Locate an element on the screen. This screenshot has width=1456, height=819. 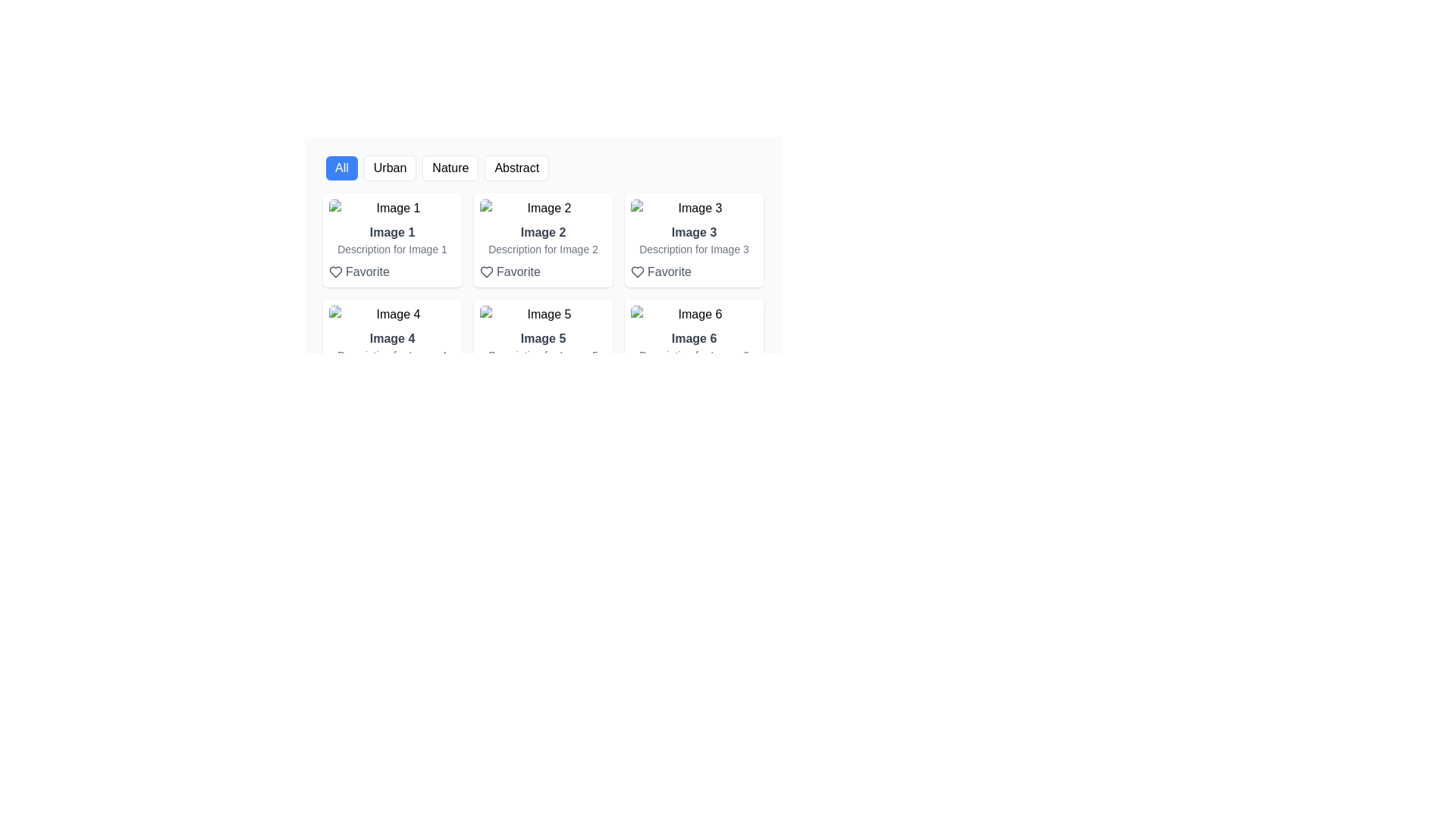
text content from the Text block displaying 'Image 1' and its description in the first card of the grid layout, located below the image and above the 'Favorite' label is located at coordinates (392, 251).